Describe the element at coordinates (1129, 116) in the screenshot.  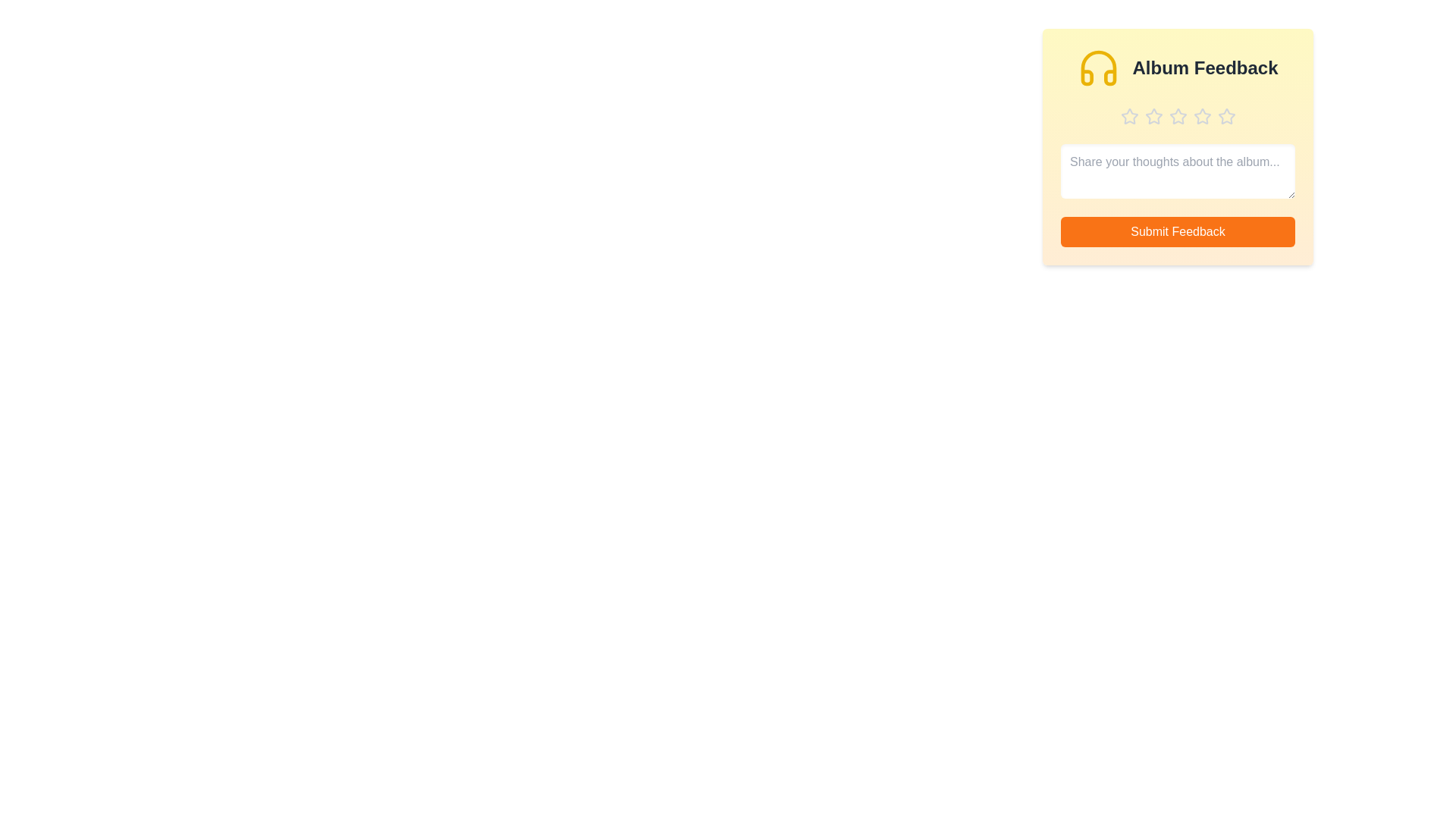
I see `the star corresponding to 1 stars to preview the rating` at that location.